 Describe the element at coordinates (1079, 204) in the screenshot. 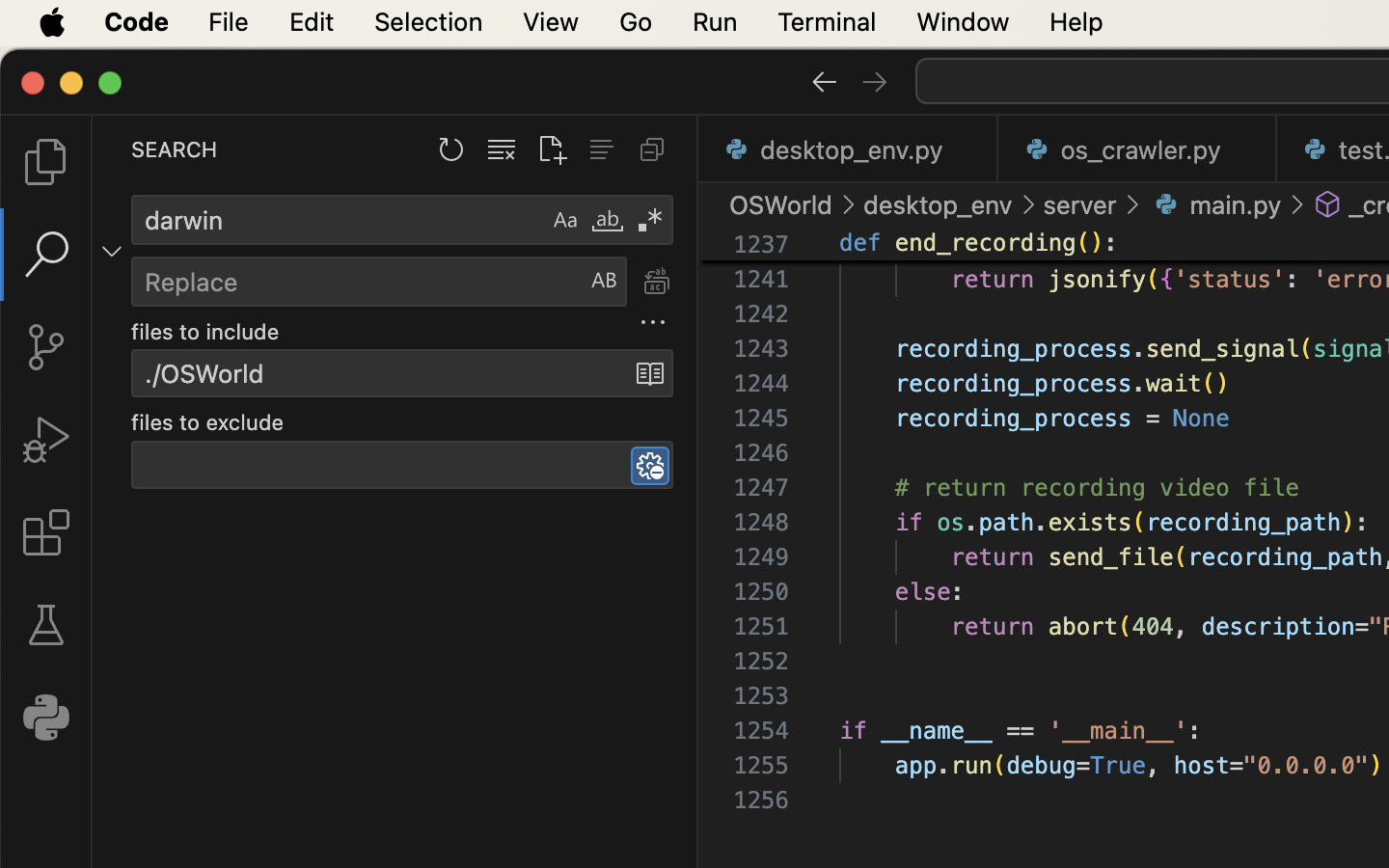

I see `'server'` at that location.